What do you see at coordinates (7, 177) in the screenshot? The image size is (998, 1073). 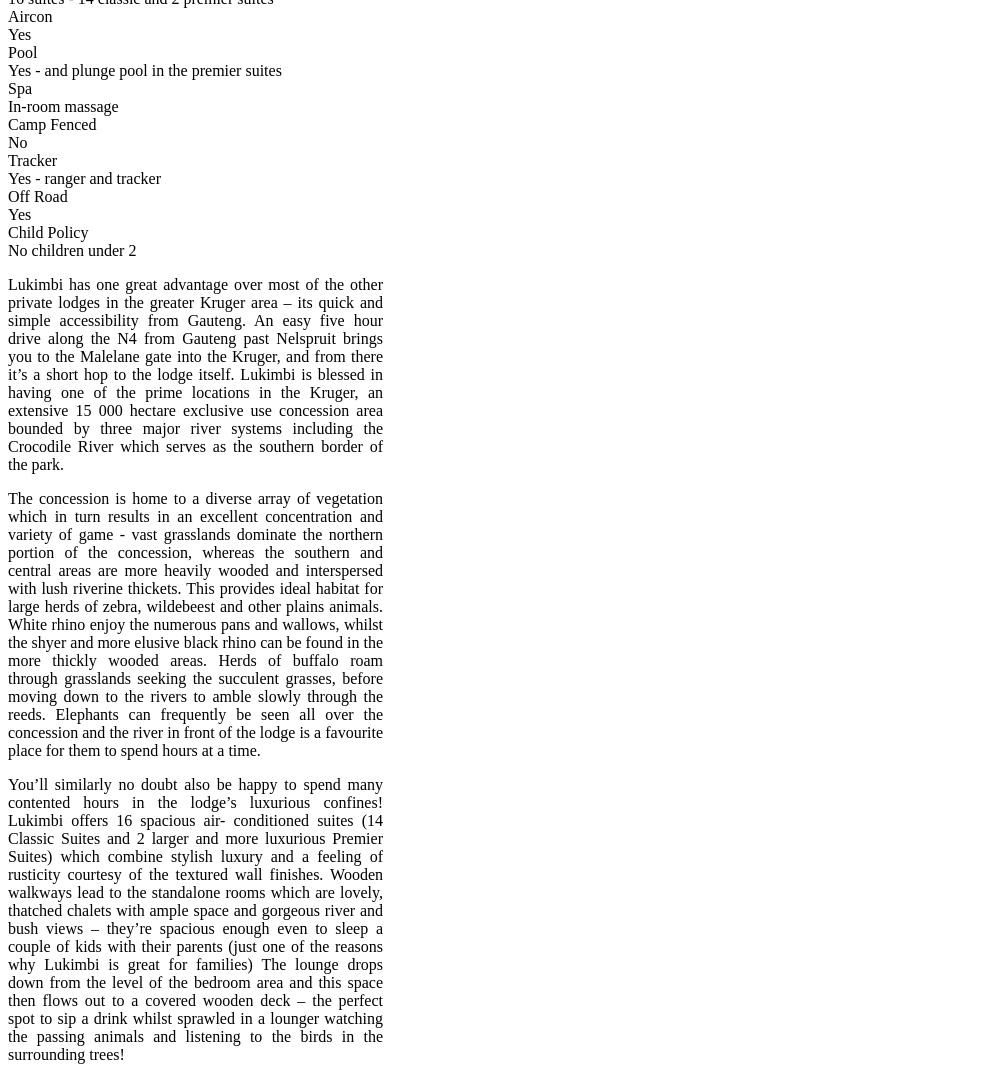 I see `'Yes - ranger and tracker'` at bounding box center [7, 177].